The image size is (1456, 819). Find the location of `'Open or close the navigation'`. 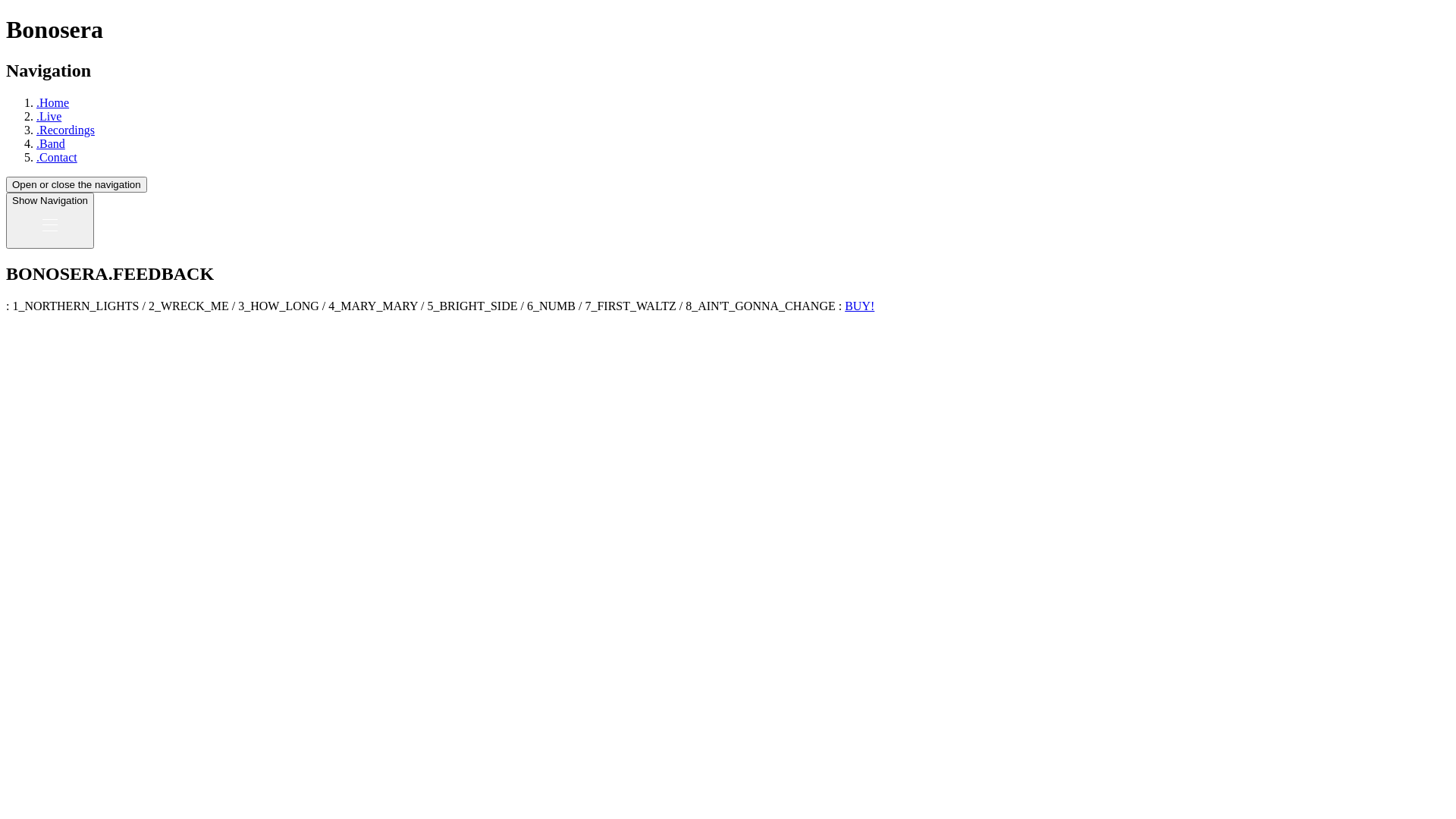

'Open or close the navigation' is located at coordinates (75, 184).